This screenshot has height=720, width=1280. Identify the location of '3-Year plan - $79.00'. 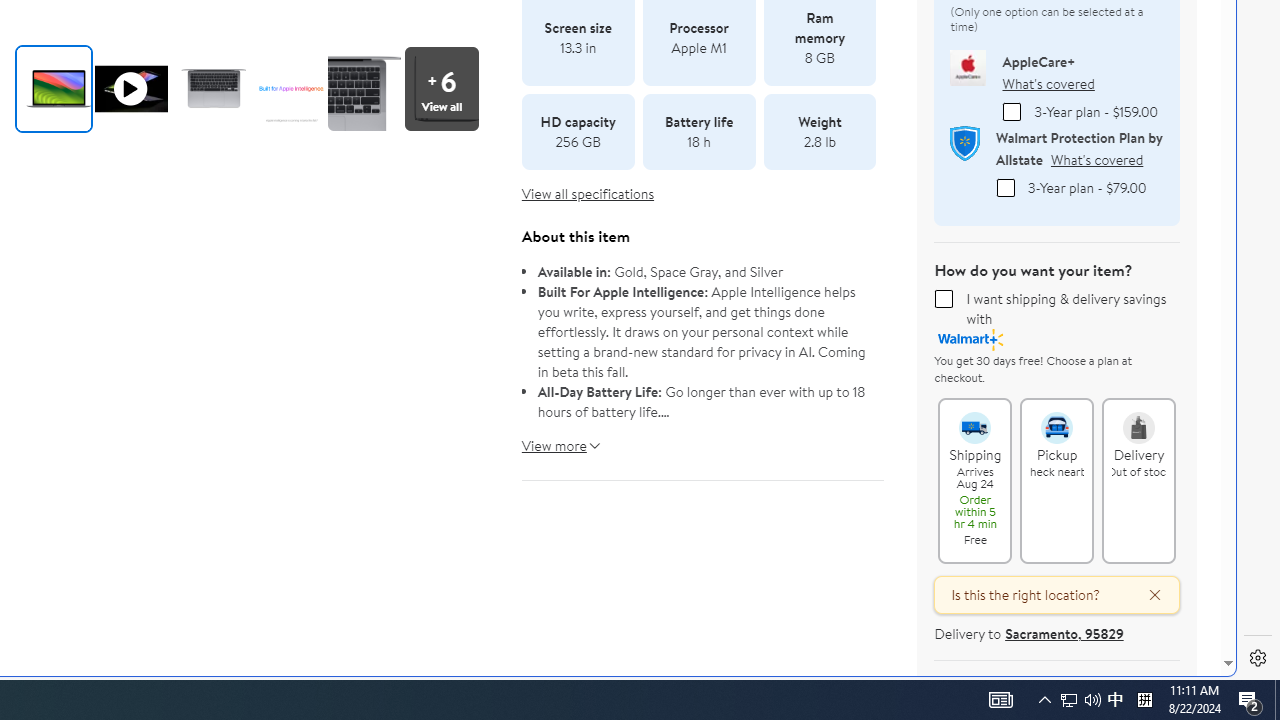
(1005, 188).